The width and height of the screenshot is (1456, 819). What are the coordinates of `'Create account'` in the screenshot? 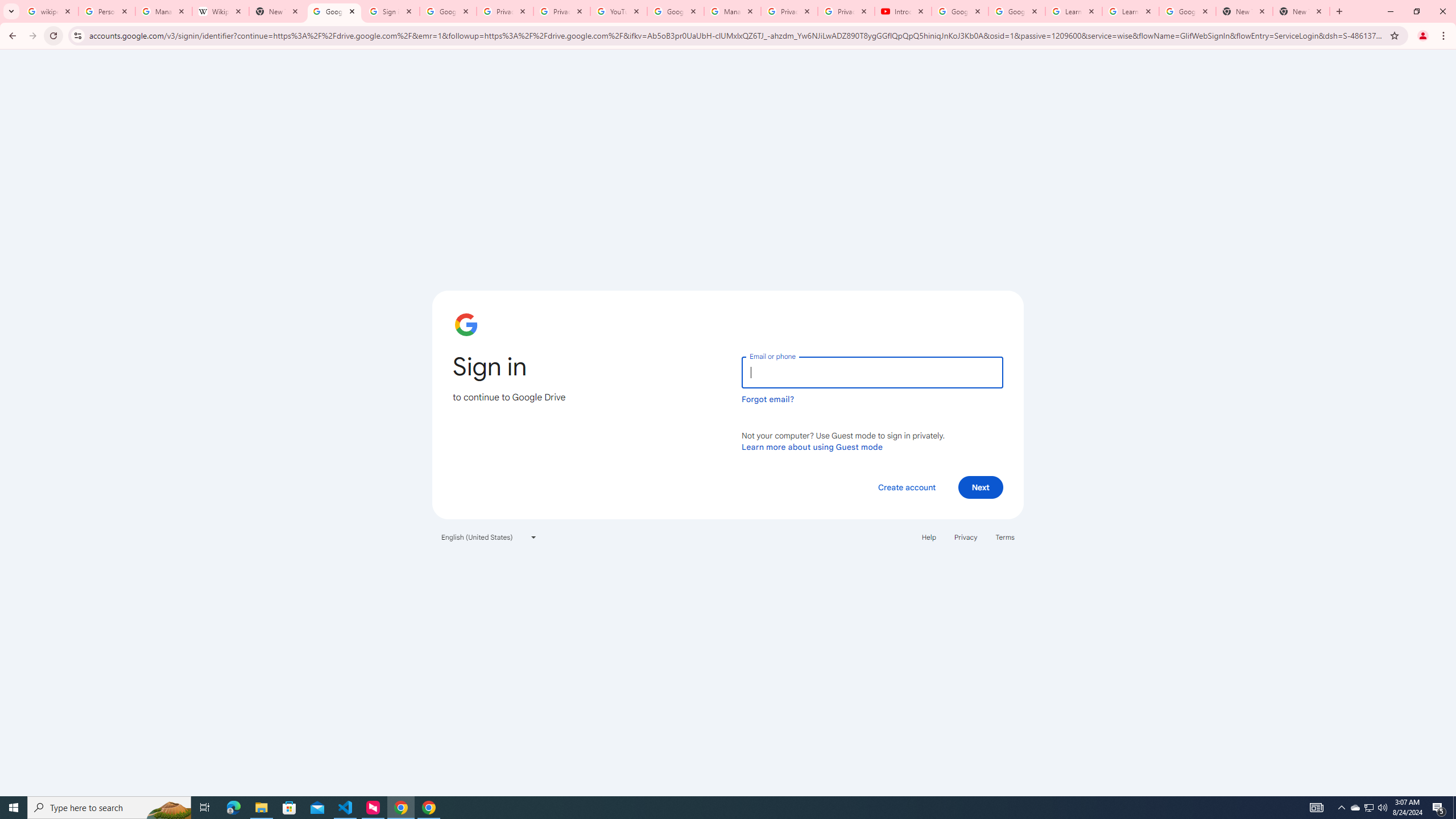 It's located at (906, 486).